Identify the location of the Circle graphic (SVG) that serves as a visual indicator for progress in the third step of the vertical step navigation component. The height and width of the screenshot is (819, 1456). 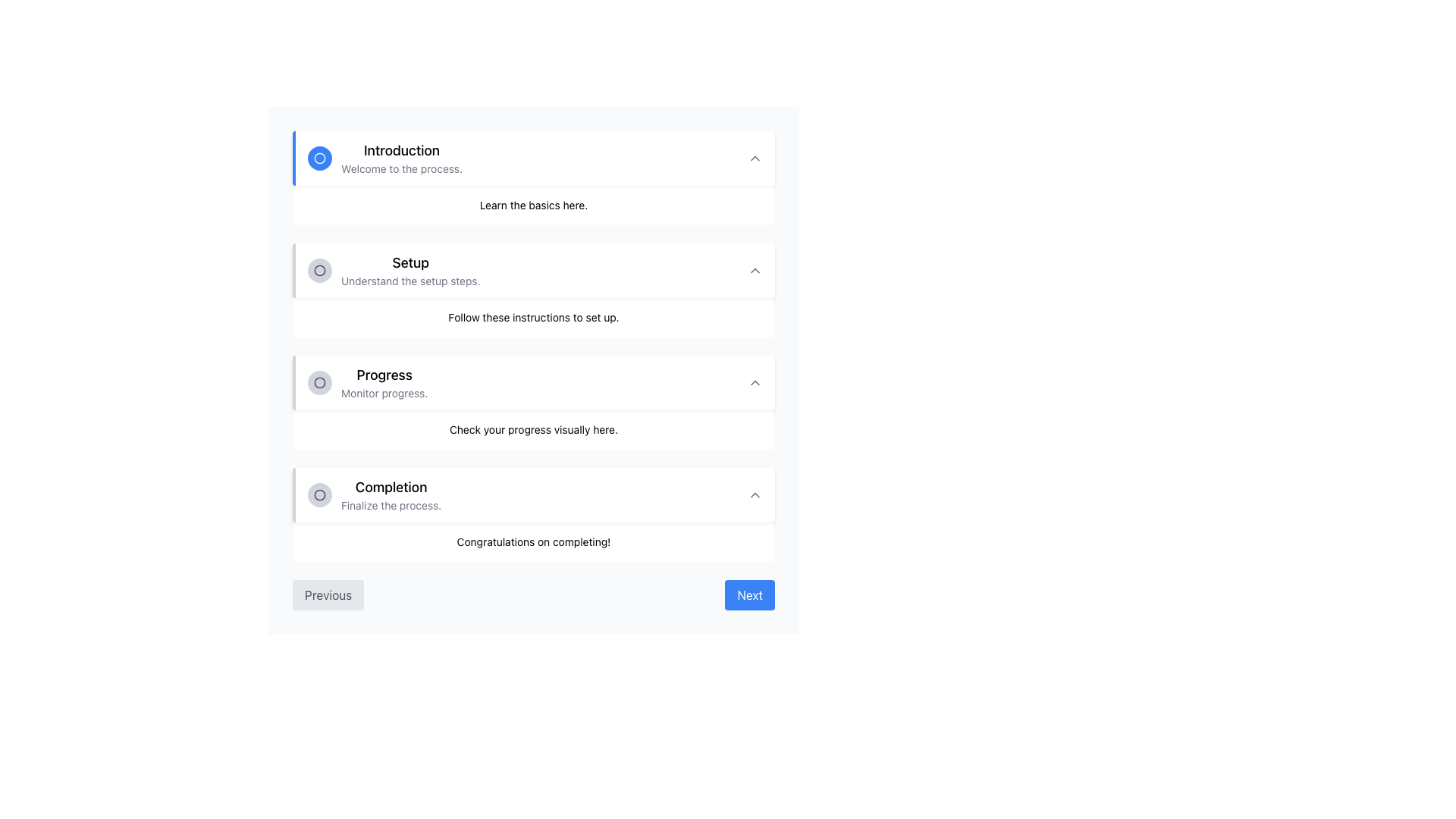
(319, 382).